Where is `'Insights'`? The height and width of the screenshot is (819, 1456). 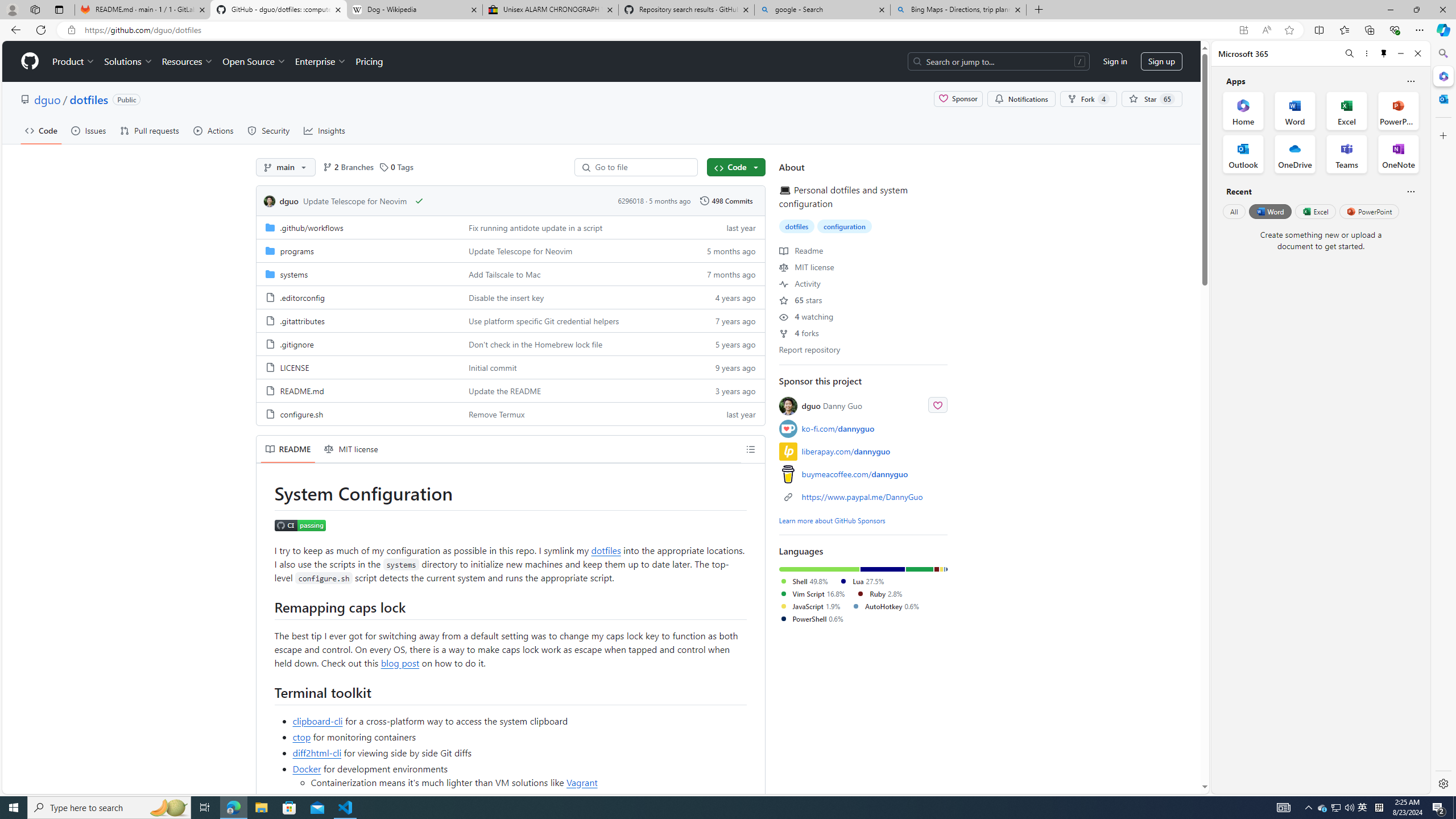 'Insights' is located at coordinates (324, 130).